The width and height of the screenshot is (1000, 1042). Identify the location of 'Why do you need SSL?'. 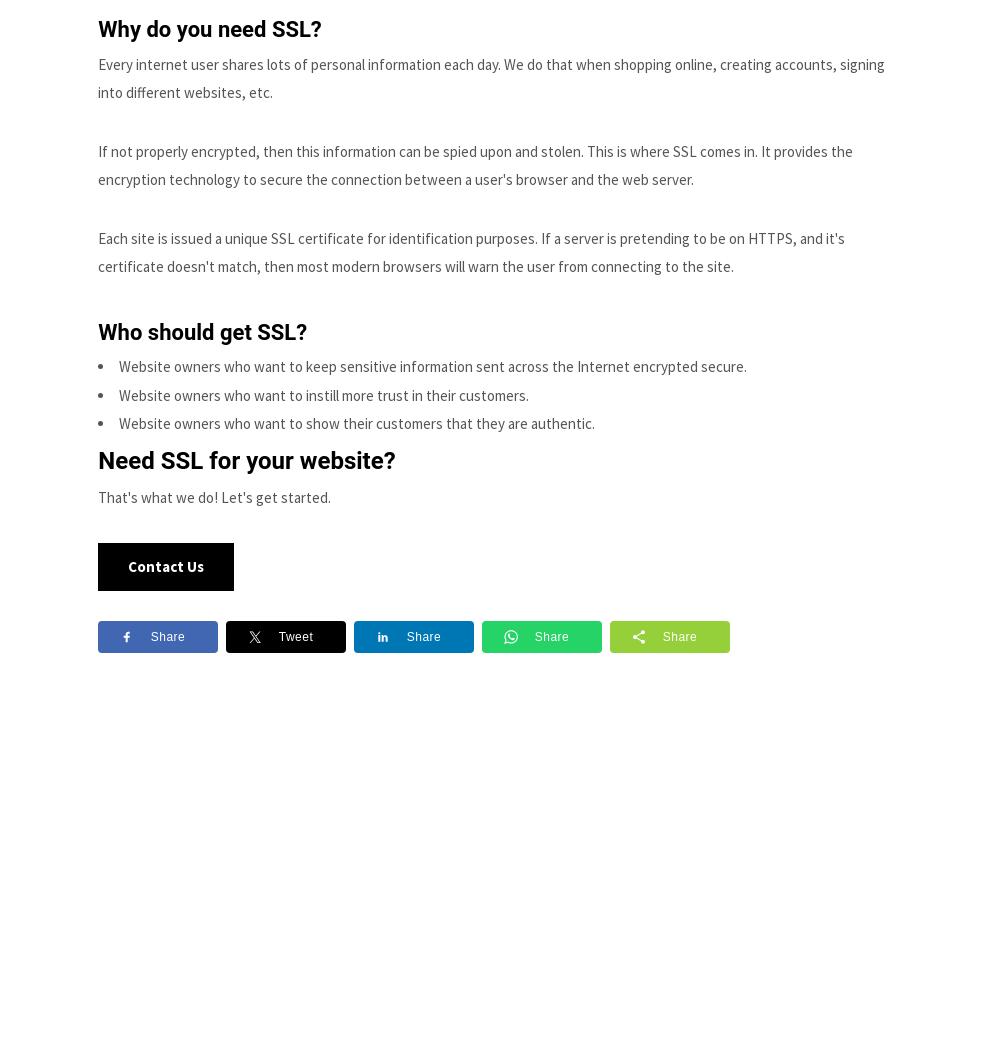
(208, 27).